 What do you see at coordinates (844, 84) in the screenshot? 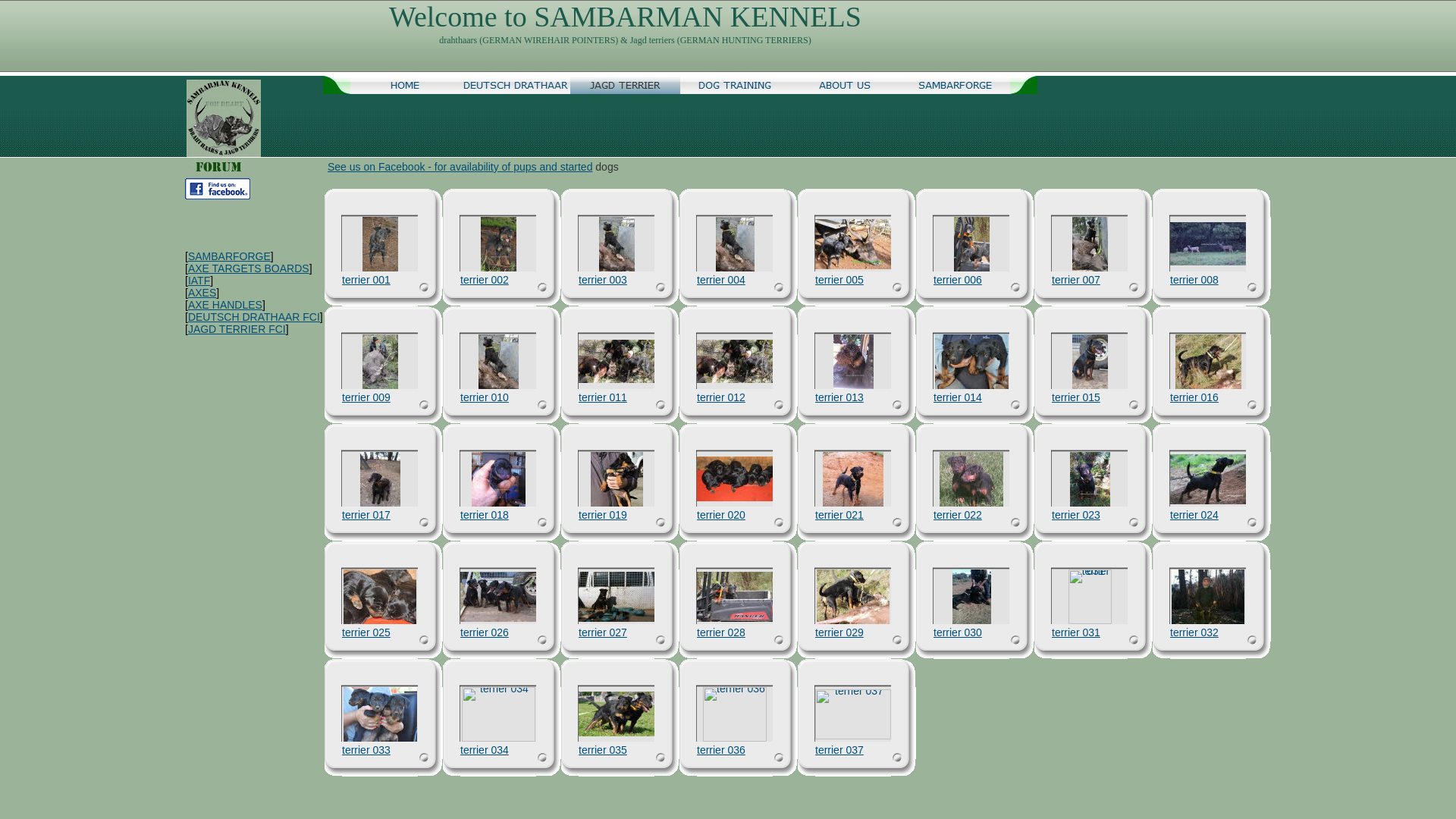
I see `'ABOUT US'` at bounding box center [844, 84].